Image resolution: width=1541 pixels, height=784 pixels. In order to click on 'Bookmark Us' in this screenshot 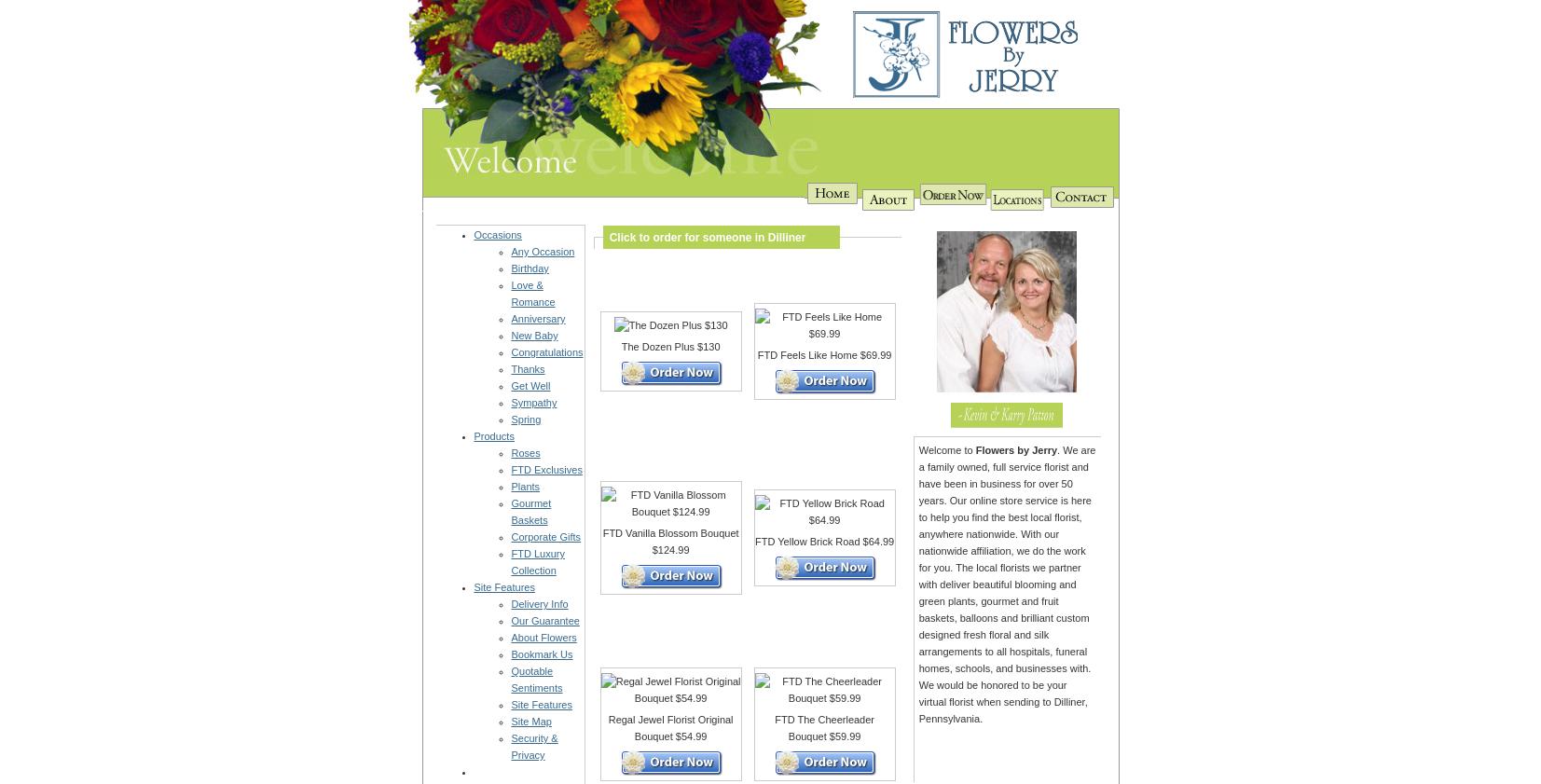, I will do `click(541, 653)`.